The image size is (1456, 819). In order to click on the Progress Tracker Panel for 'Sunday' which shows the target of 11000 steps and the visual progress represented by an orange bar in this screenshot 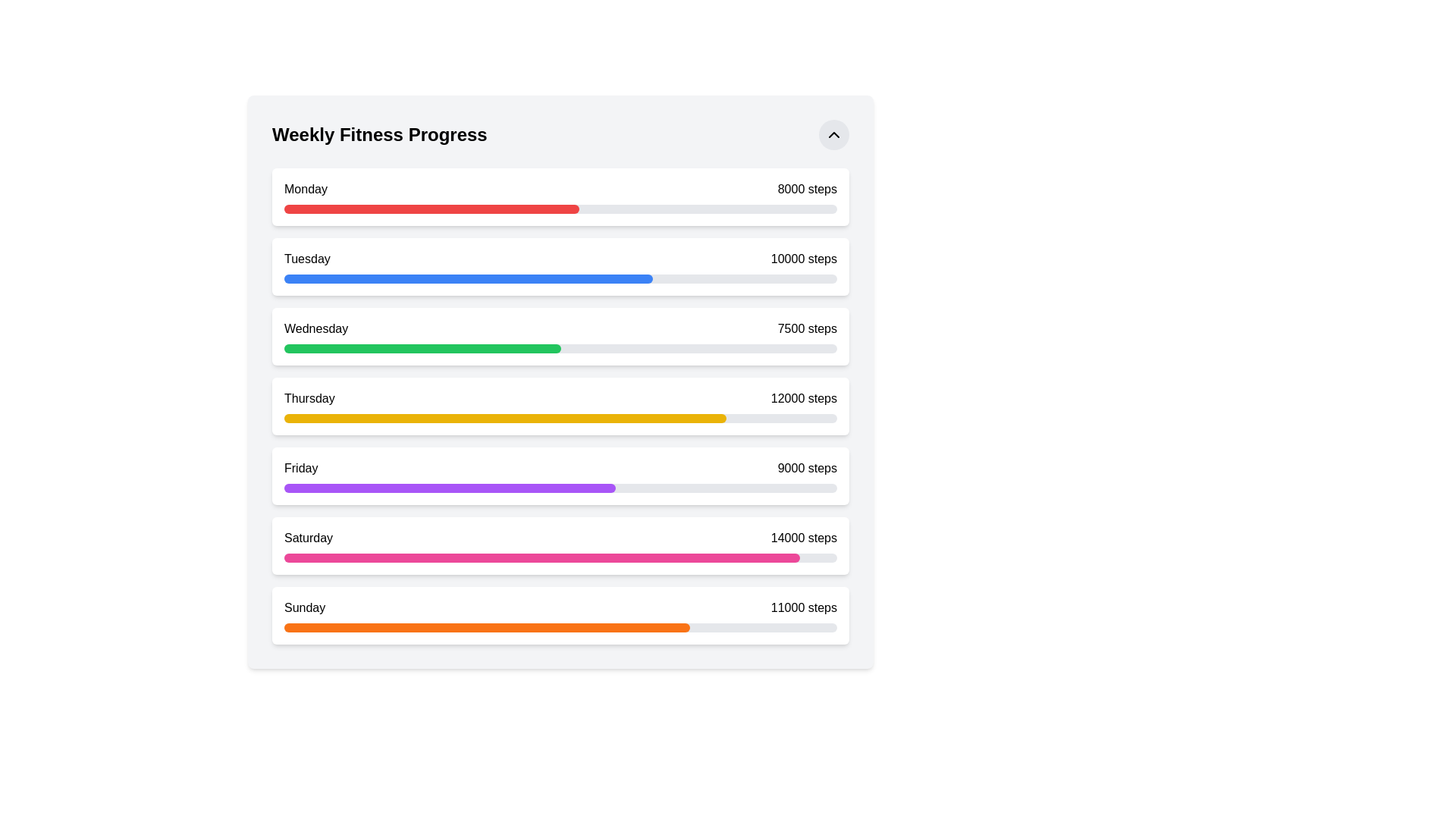, I will do `click(560, 616)`.